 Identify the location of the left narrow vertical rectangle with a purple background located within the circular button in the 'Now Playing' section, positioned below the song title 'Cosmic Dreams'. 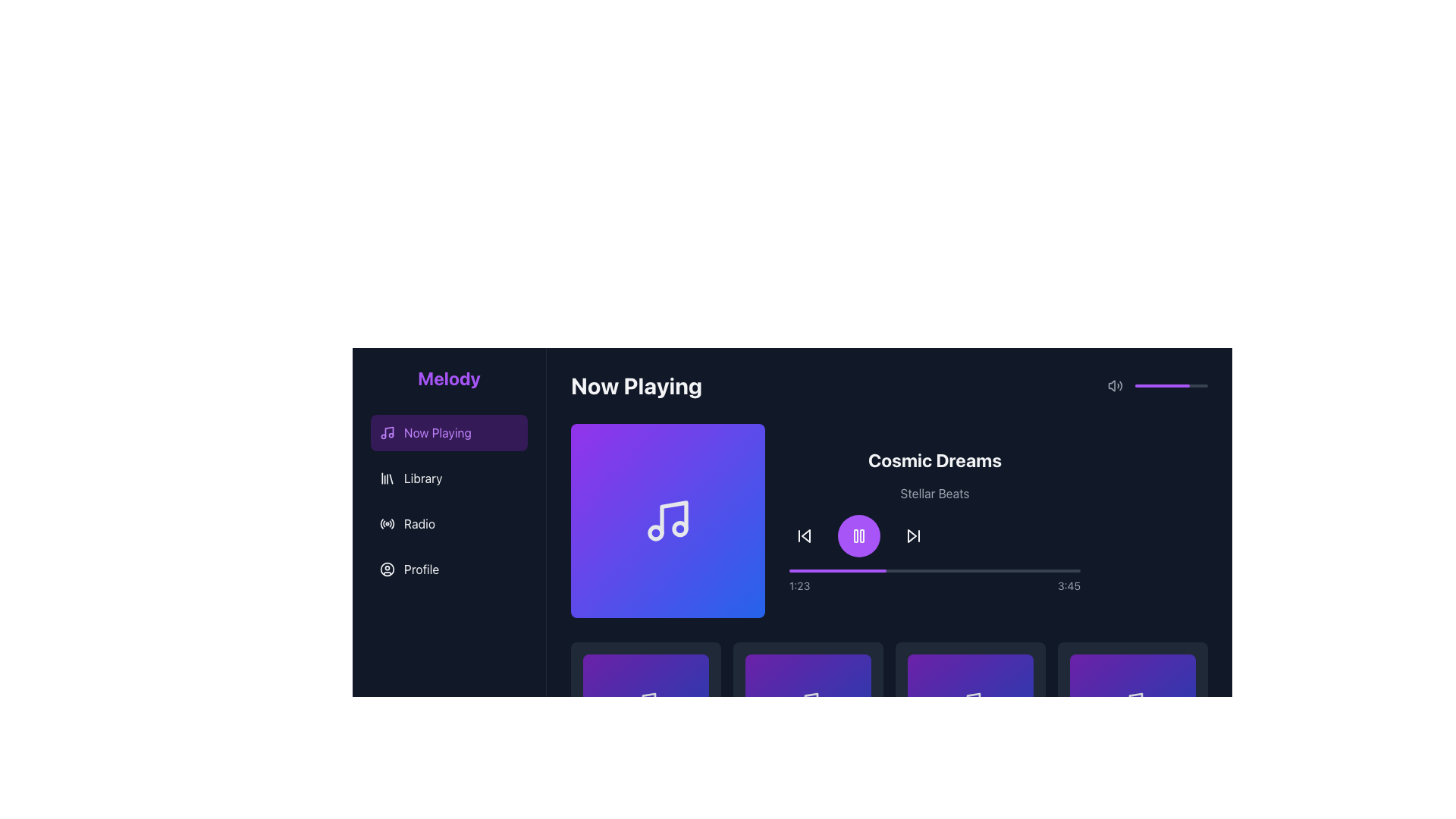
(855, 535).